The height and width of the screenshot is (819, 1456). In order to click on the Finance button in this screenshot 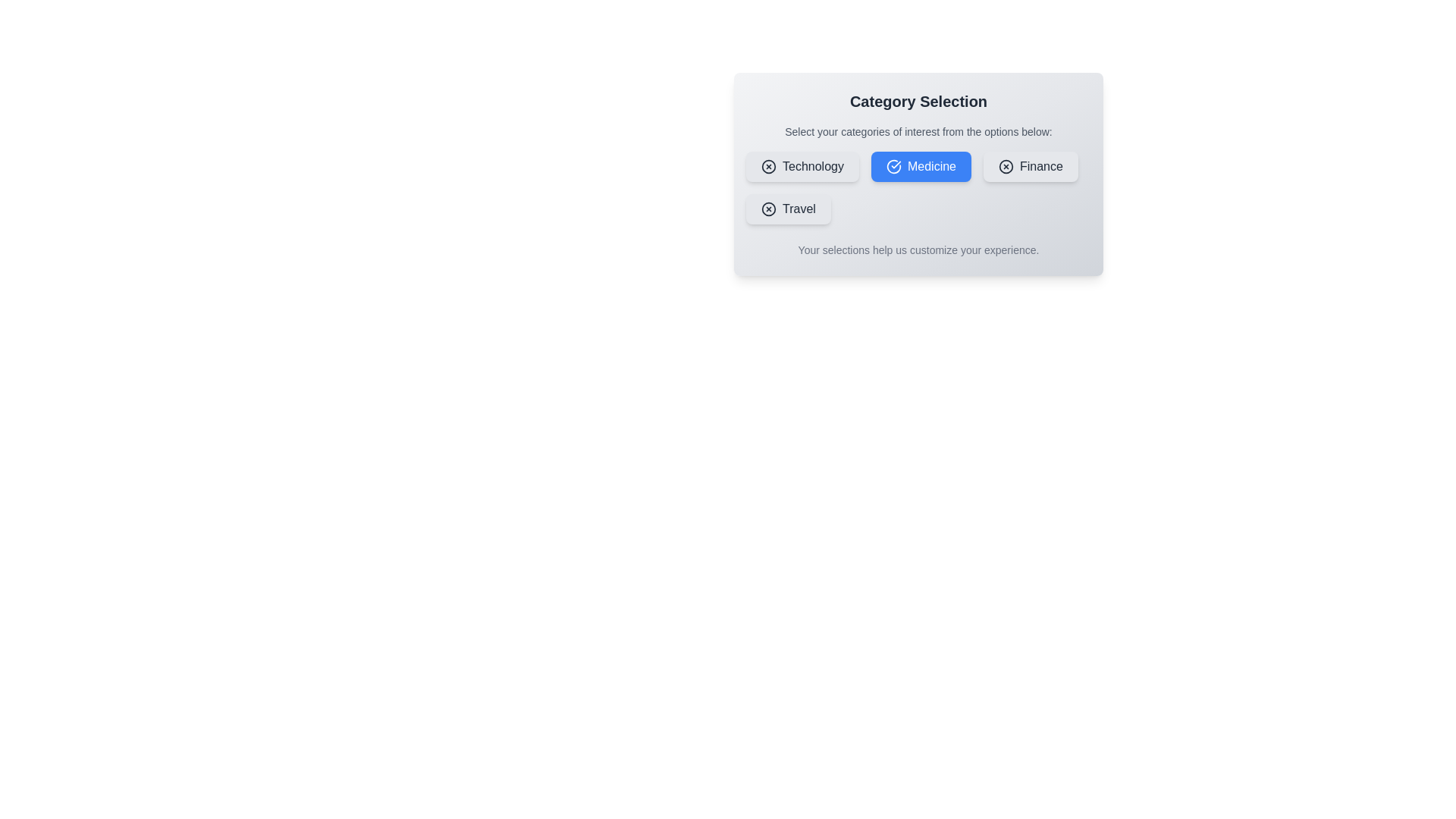, I will do `click(1030, 166)`.